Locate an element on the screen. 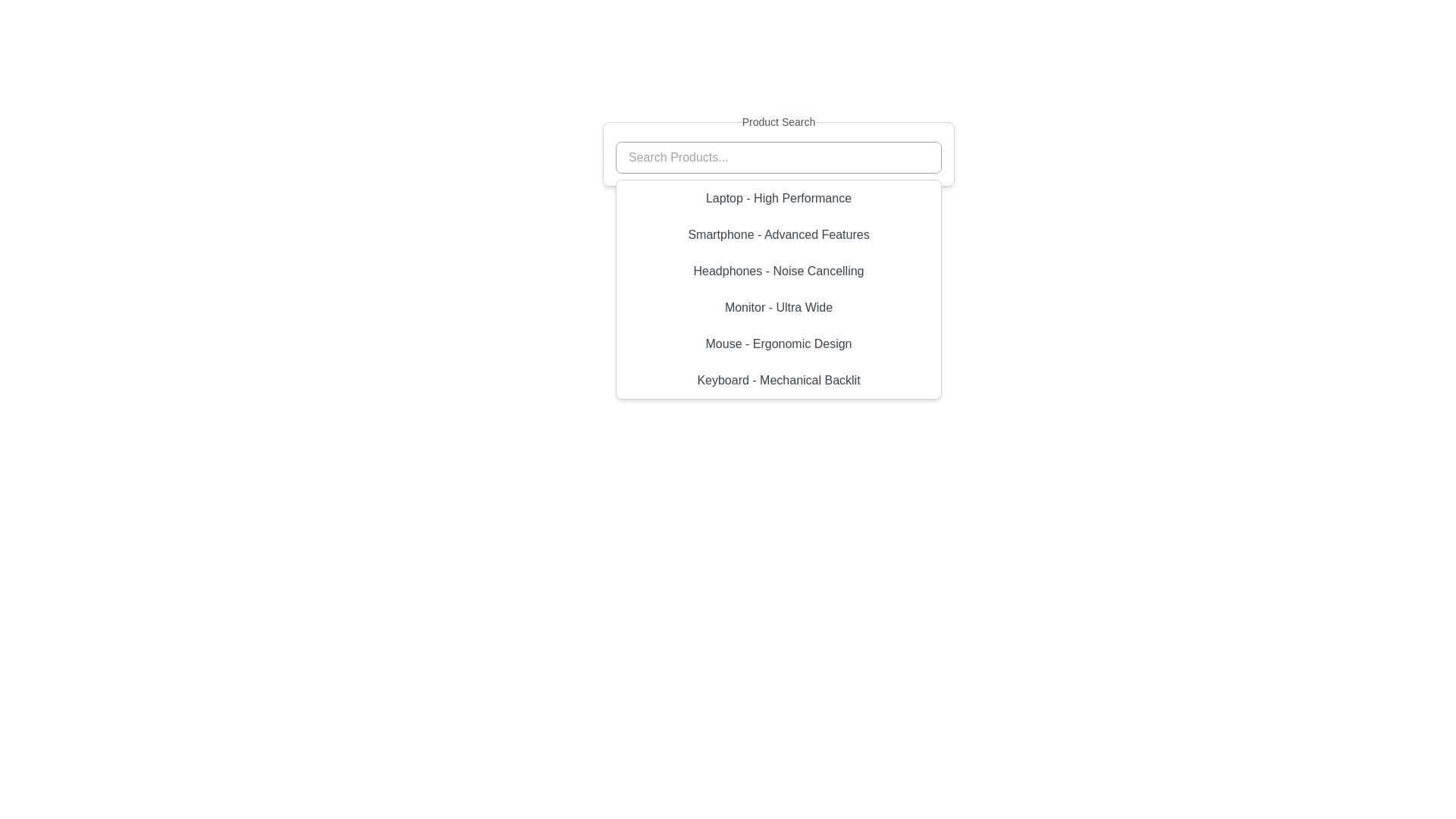 The height and width of the screenshot is (819, 1456). the text label displaying 'Headphones - Noise Cancelling' in the dropdown menu, which is the third item below 'Smartphone - Advanced Features' is located at coordinates (779, 271).